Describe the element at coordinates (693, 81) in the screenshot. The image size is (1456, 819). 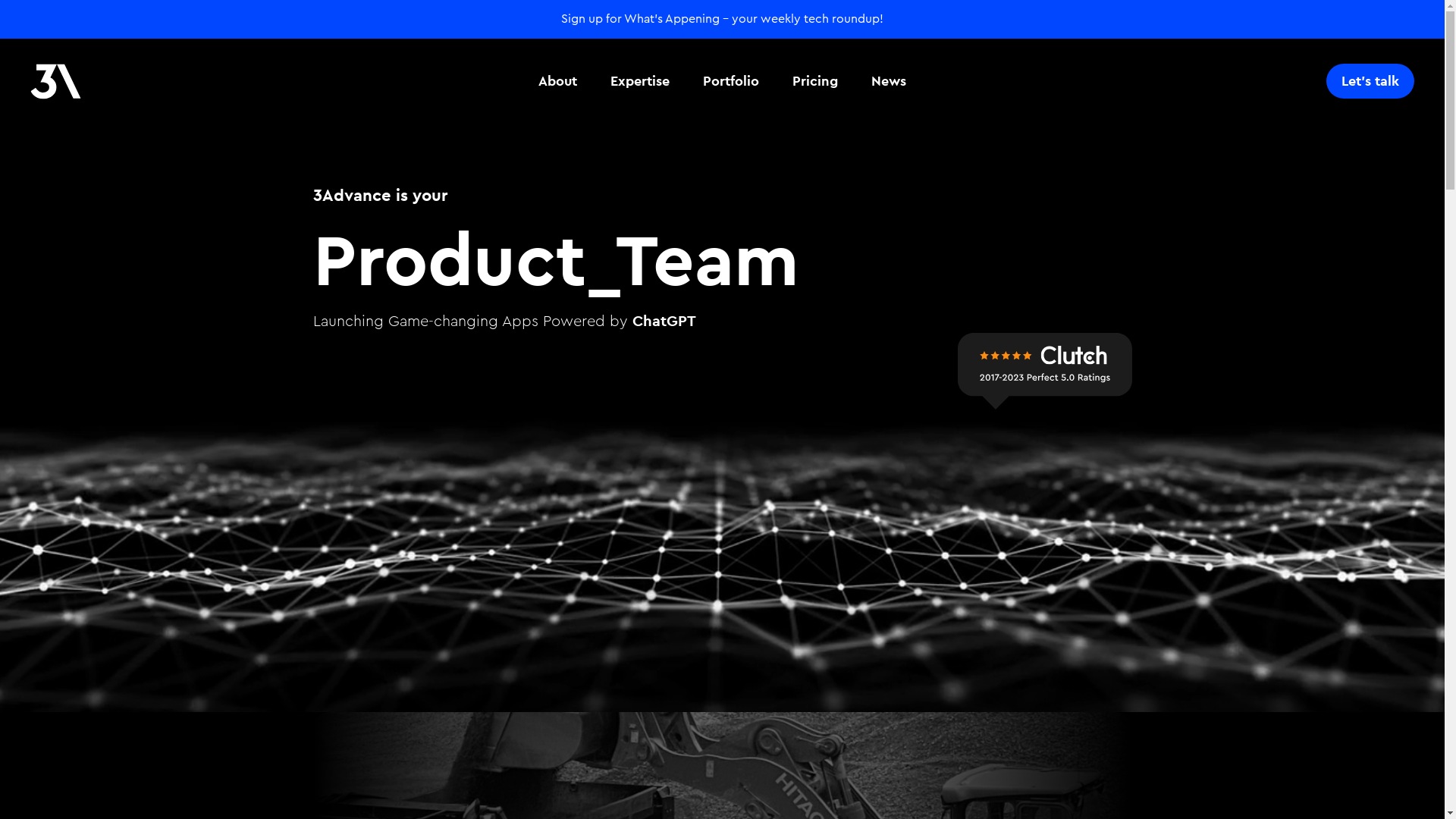
I see `'Portfolio'` at that location.